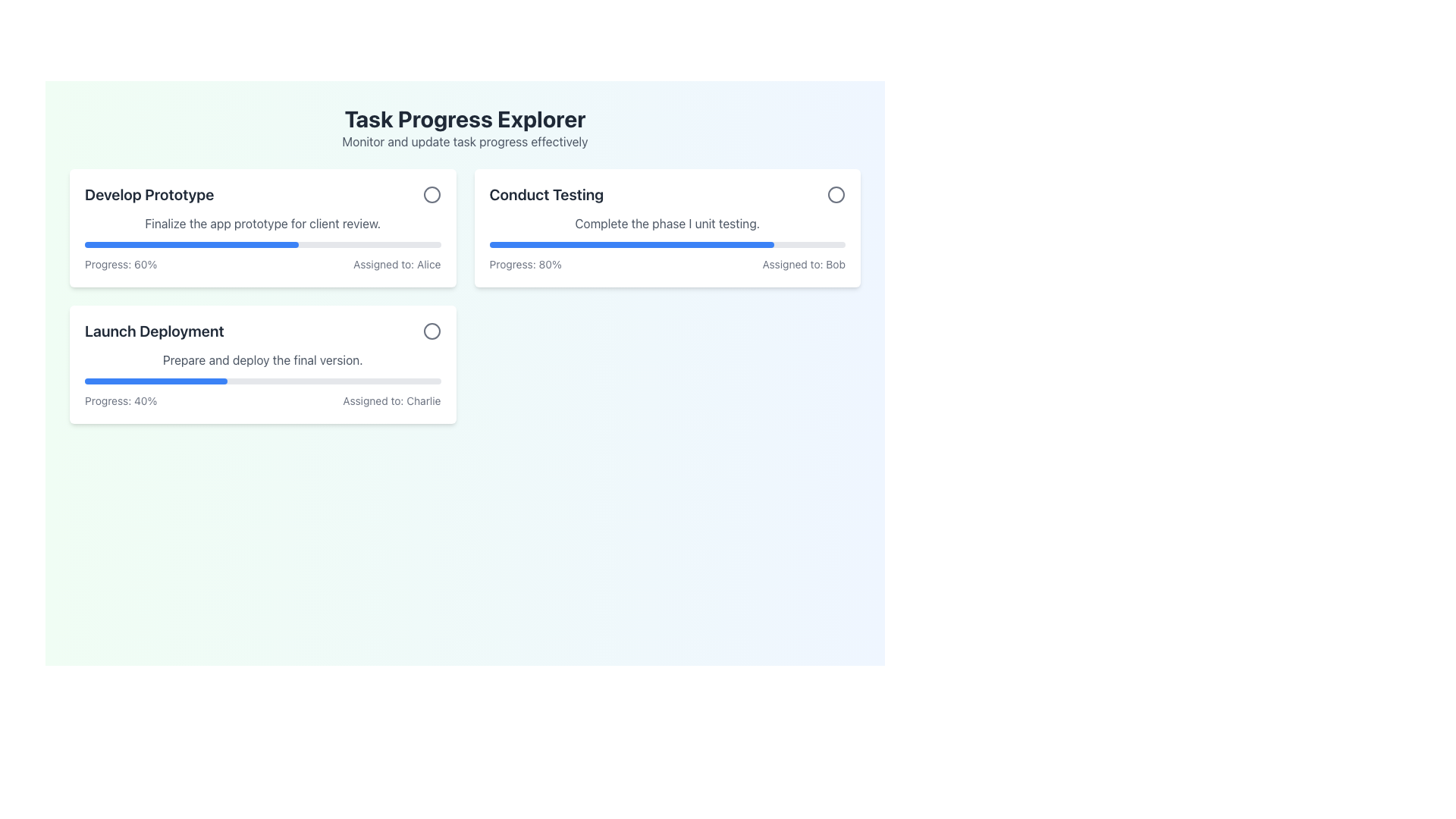  I want to click on the text label that reads 'Assigned to: Charlie' located in the bottom-right corner of the 'Launch Deployment' card, so click(391, 400).